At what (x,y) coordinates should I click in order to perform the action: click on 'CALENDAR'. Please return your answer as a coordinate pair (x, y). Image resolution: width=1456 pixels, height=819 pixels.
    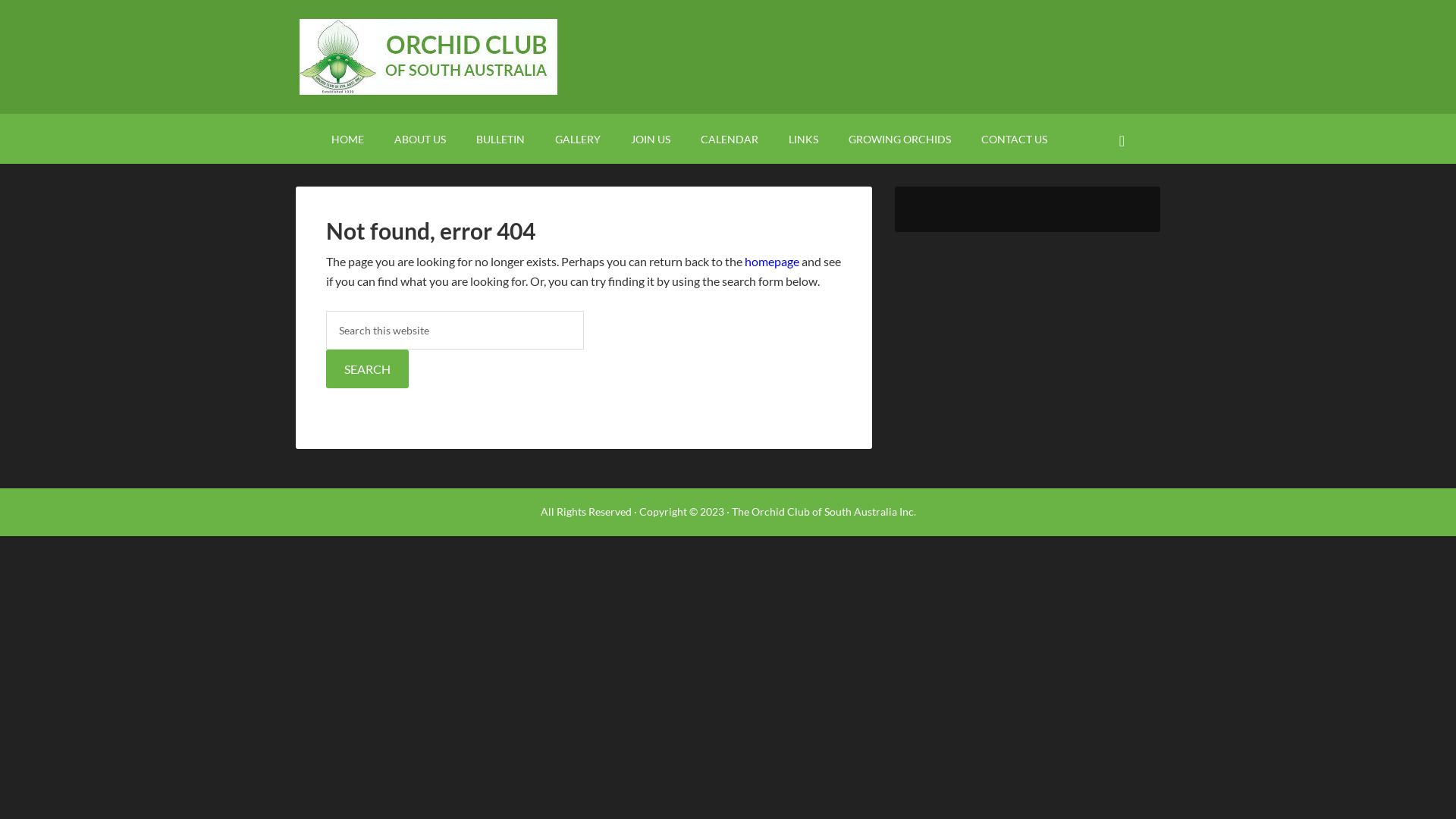
    Looking at the image, I should click on (729, 138).